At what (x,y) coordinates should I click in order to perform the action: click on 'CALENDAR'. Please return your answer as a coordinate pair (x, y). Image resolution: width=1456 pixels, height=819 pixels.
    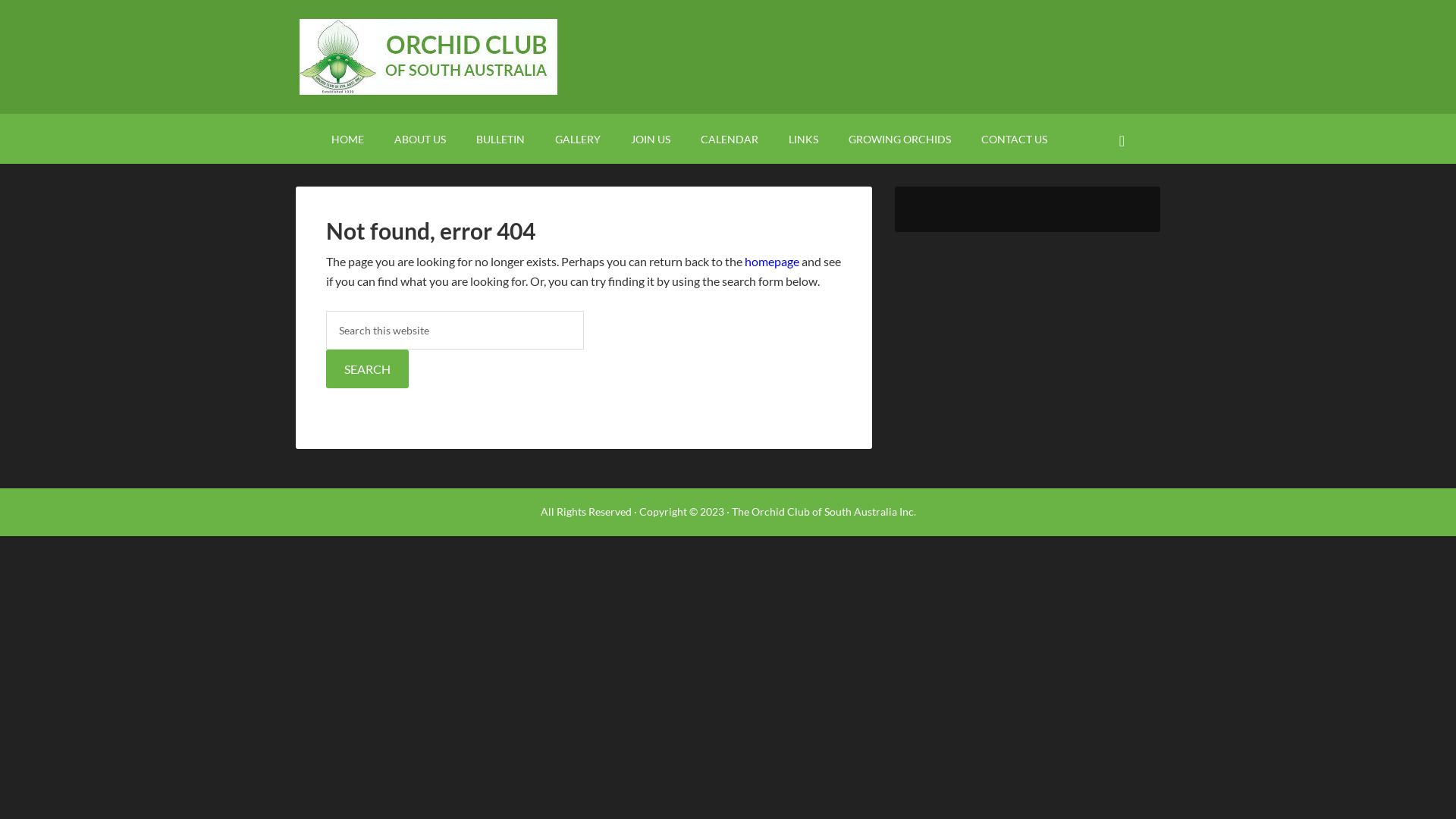
    Looking at the image, I should click on (729, 138).